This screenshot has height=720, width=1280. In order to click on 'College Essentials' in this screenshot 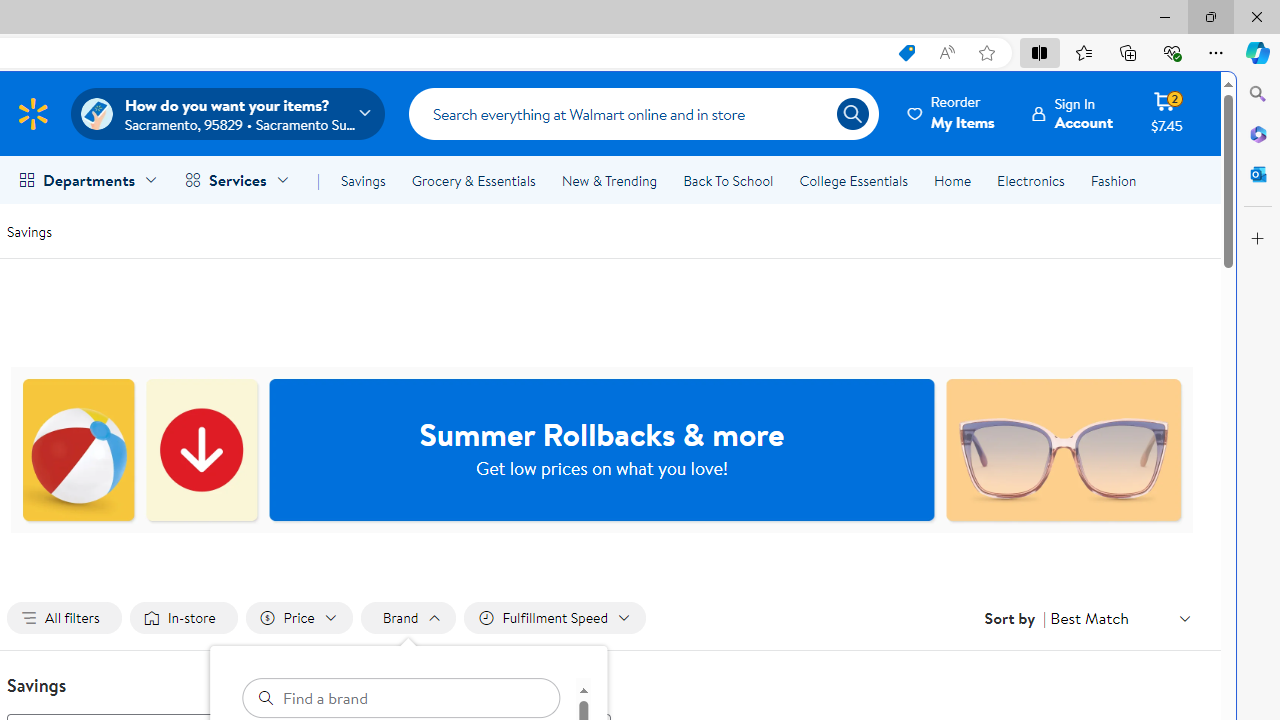, I will do `click(853, 181)`.